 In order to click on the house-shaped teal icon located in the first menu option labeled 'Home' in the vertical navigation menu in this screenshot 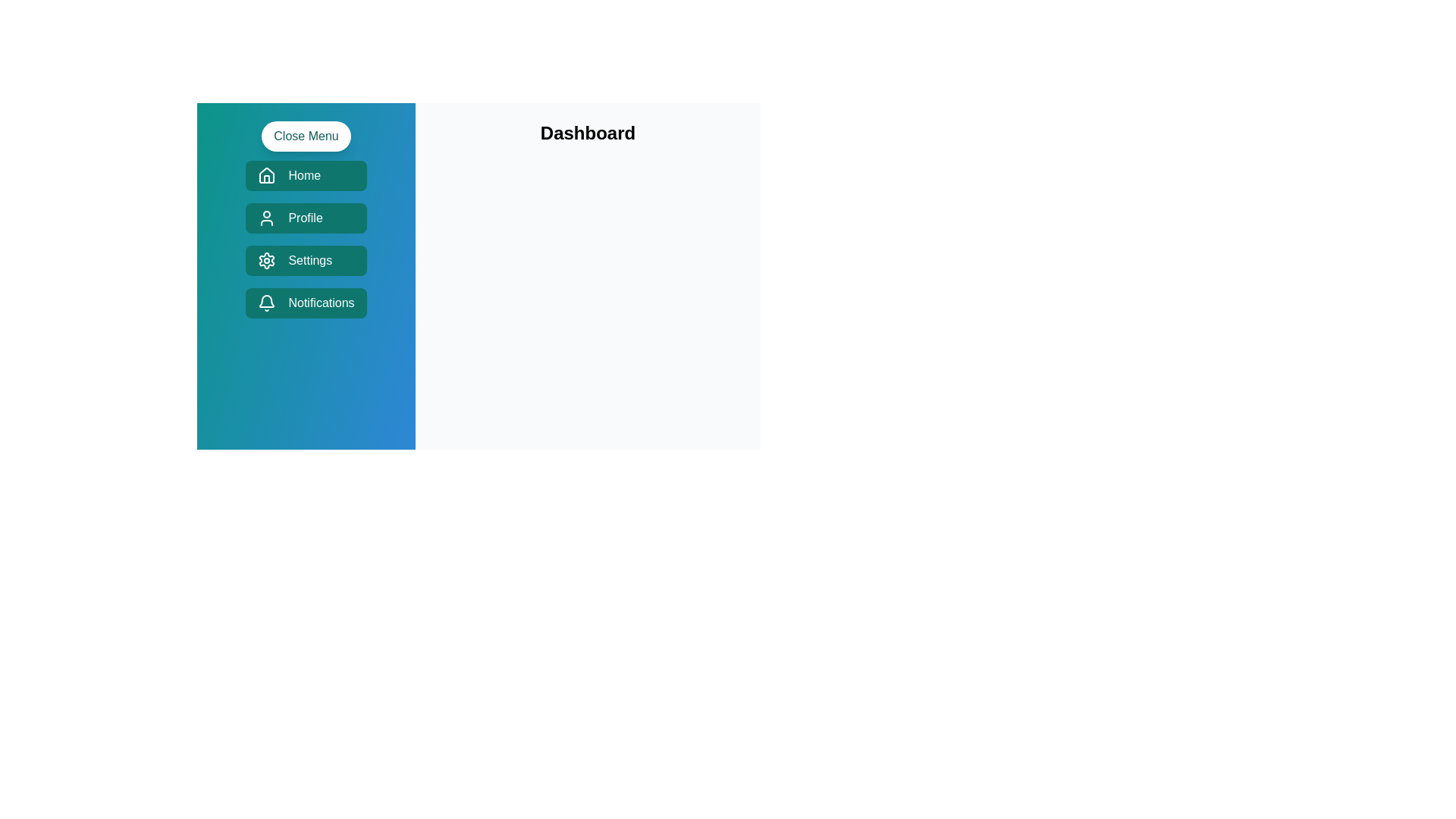, I will do `click(267, 174)`.